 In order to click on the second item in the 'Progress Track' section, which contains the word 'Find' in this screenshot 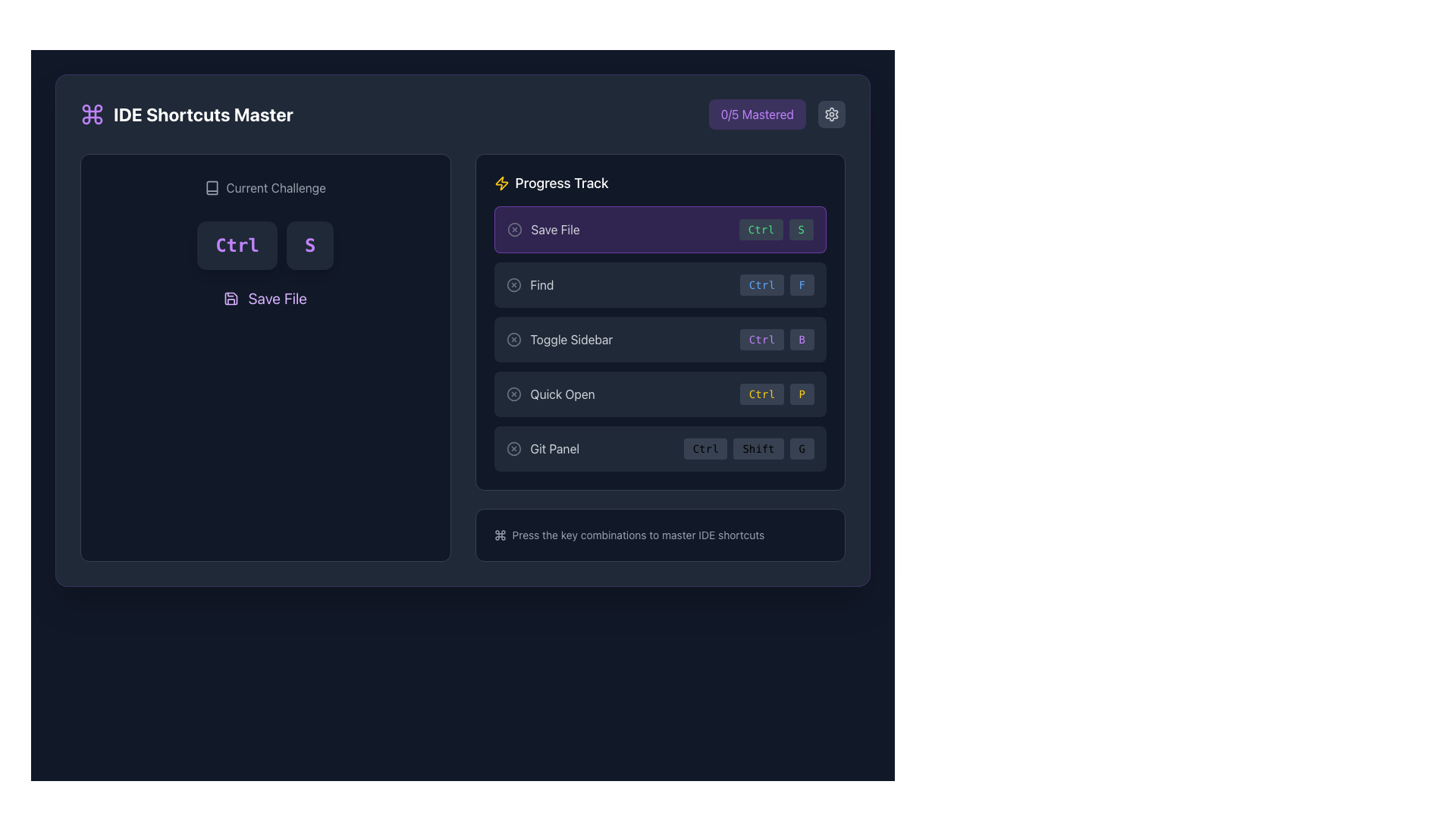, I will do `click(660, 284)`.